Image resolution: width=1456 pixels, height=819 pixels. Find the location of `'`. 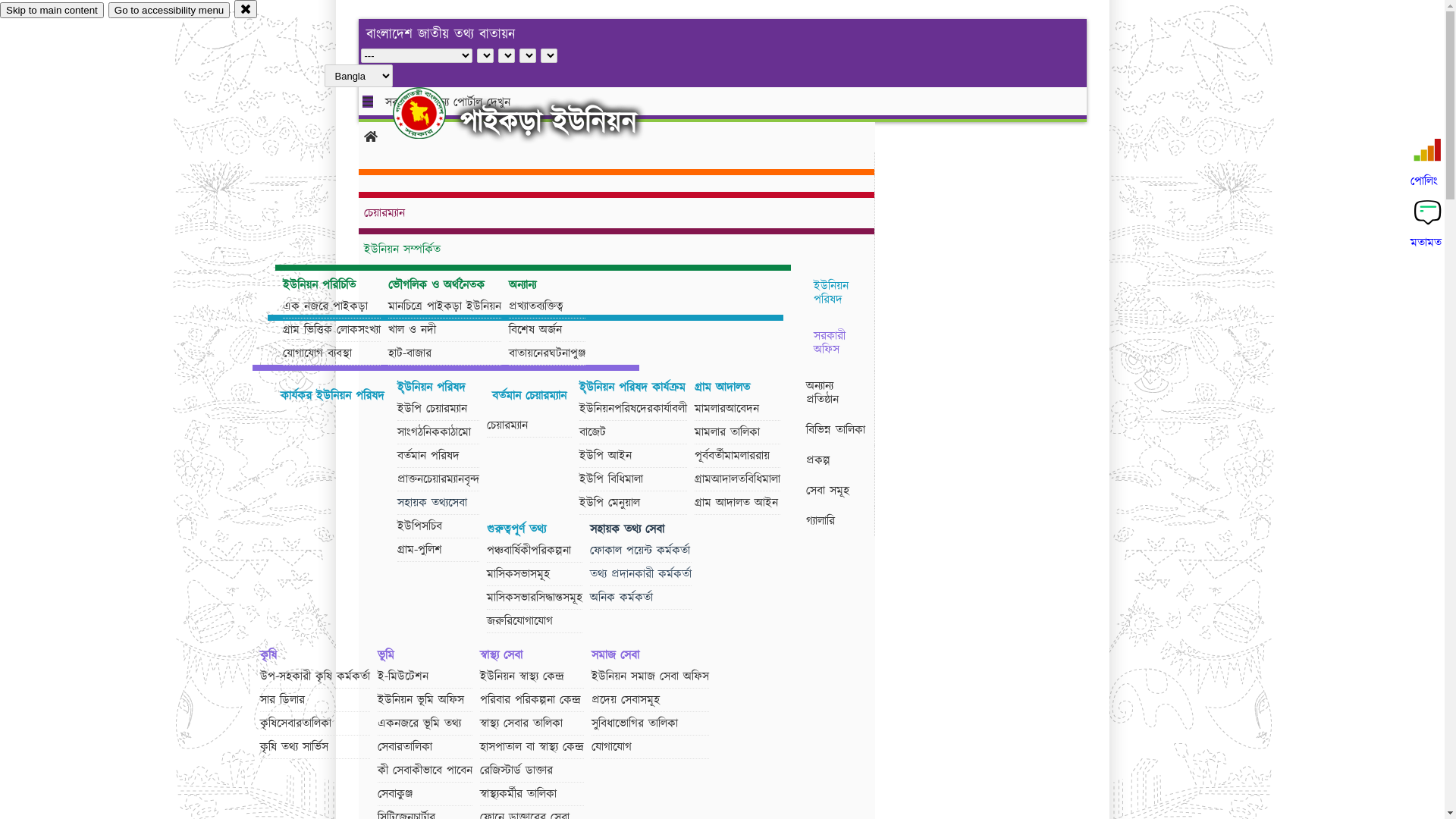

' is located at coordinates (431, 112).